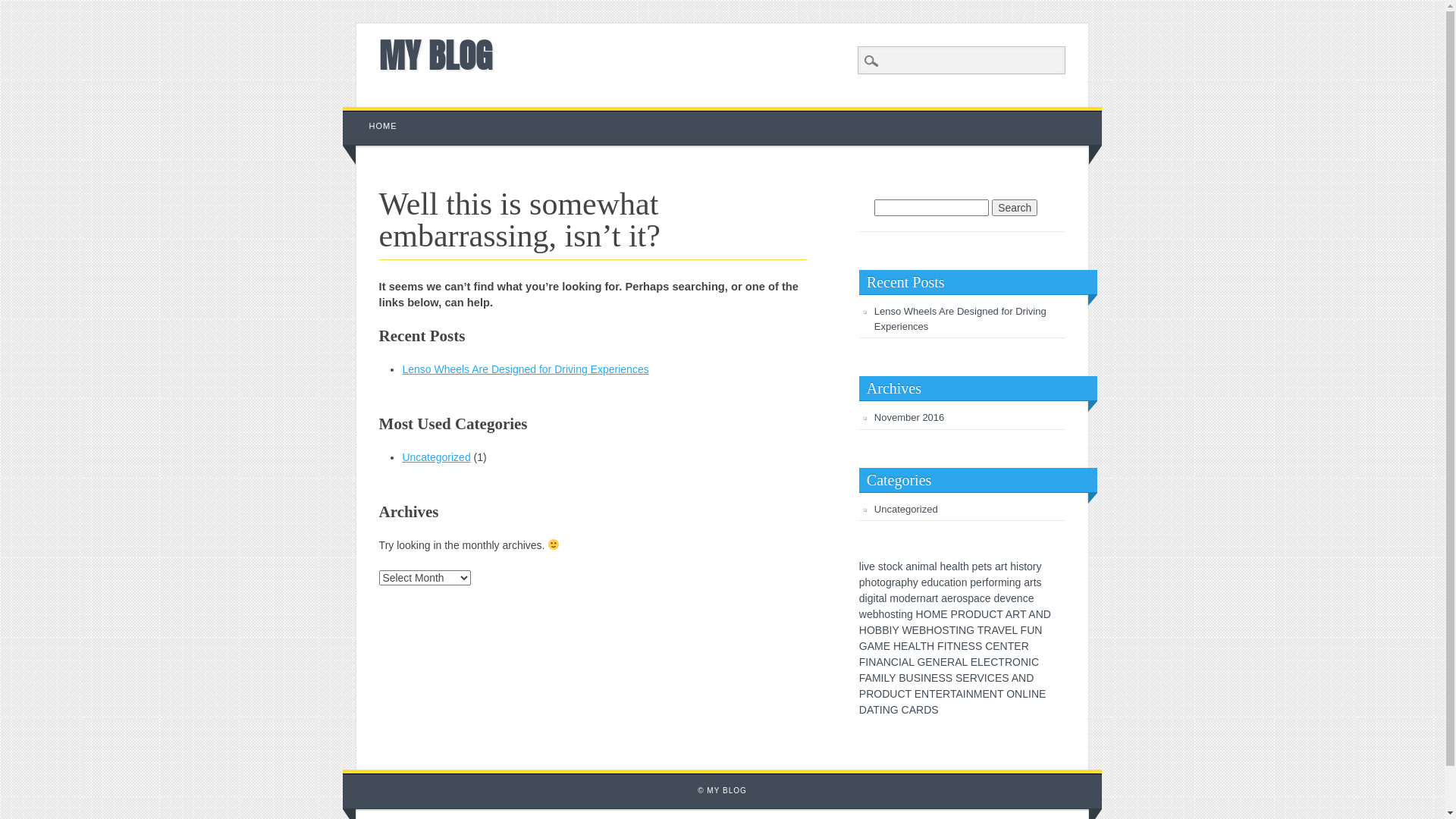  What do you see at coordinates (868, 677) in the screenshot?
I see `'A'` at bounding box center [868, 677].